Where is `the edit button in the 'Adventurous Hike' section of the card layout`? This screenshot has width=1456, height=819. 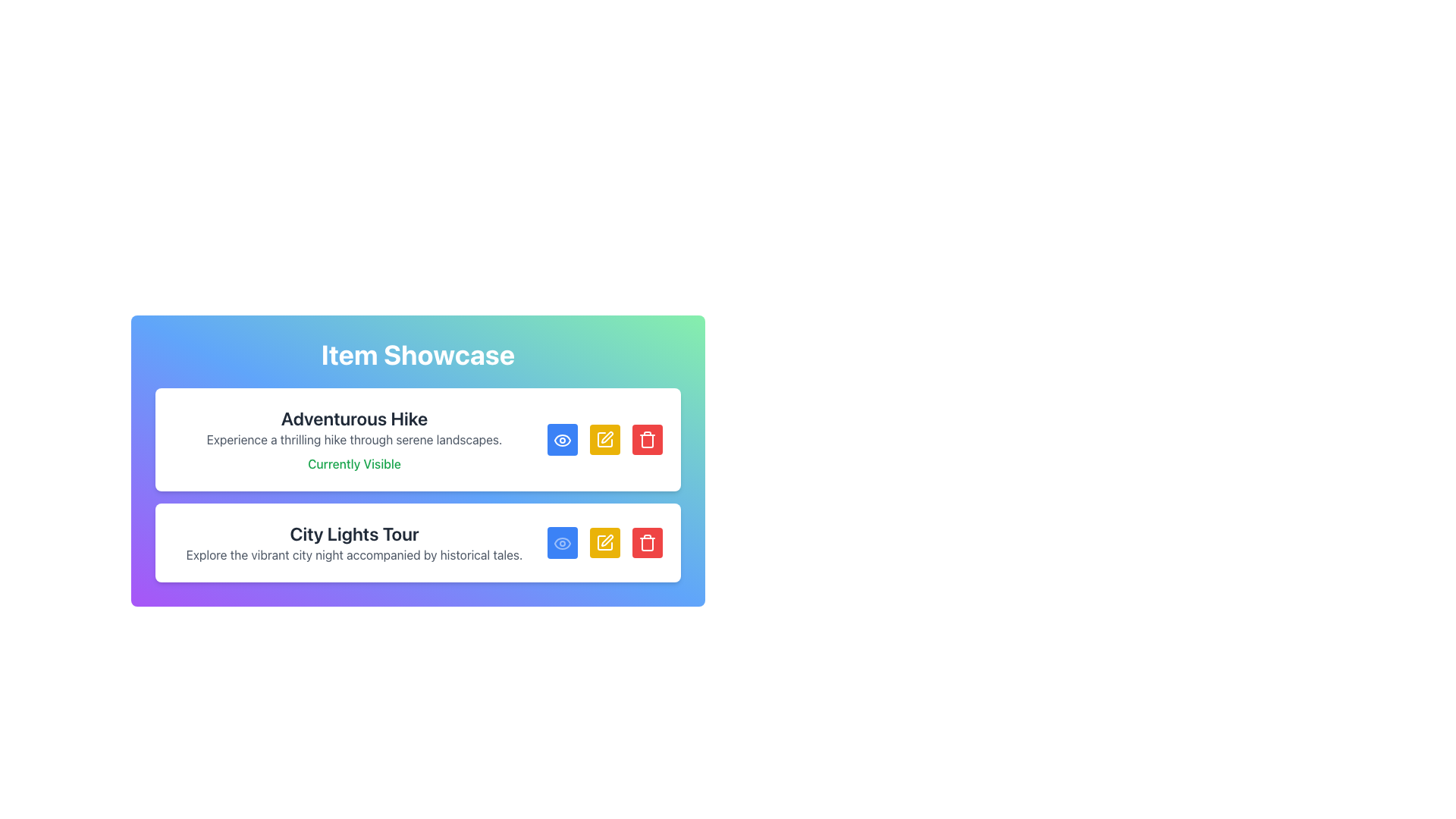
the edit button in the 'Adventurous Hike' section of the card layout is located at coordinates (604, 439).